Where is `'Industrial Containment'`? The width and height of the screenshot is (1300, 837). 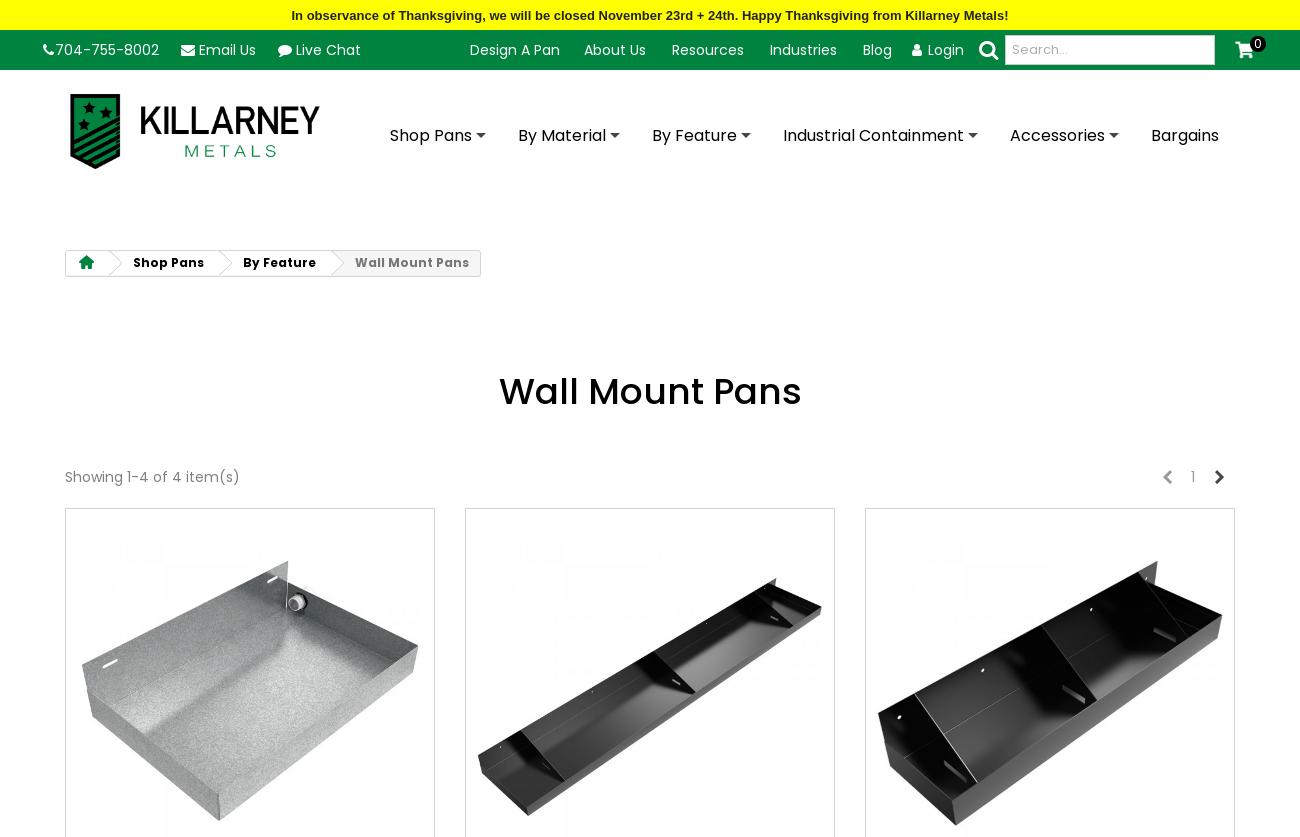 'Industrial Containment' is located at coordinates (872, 135).